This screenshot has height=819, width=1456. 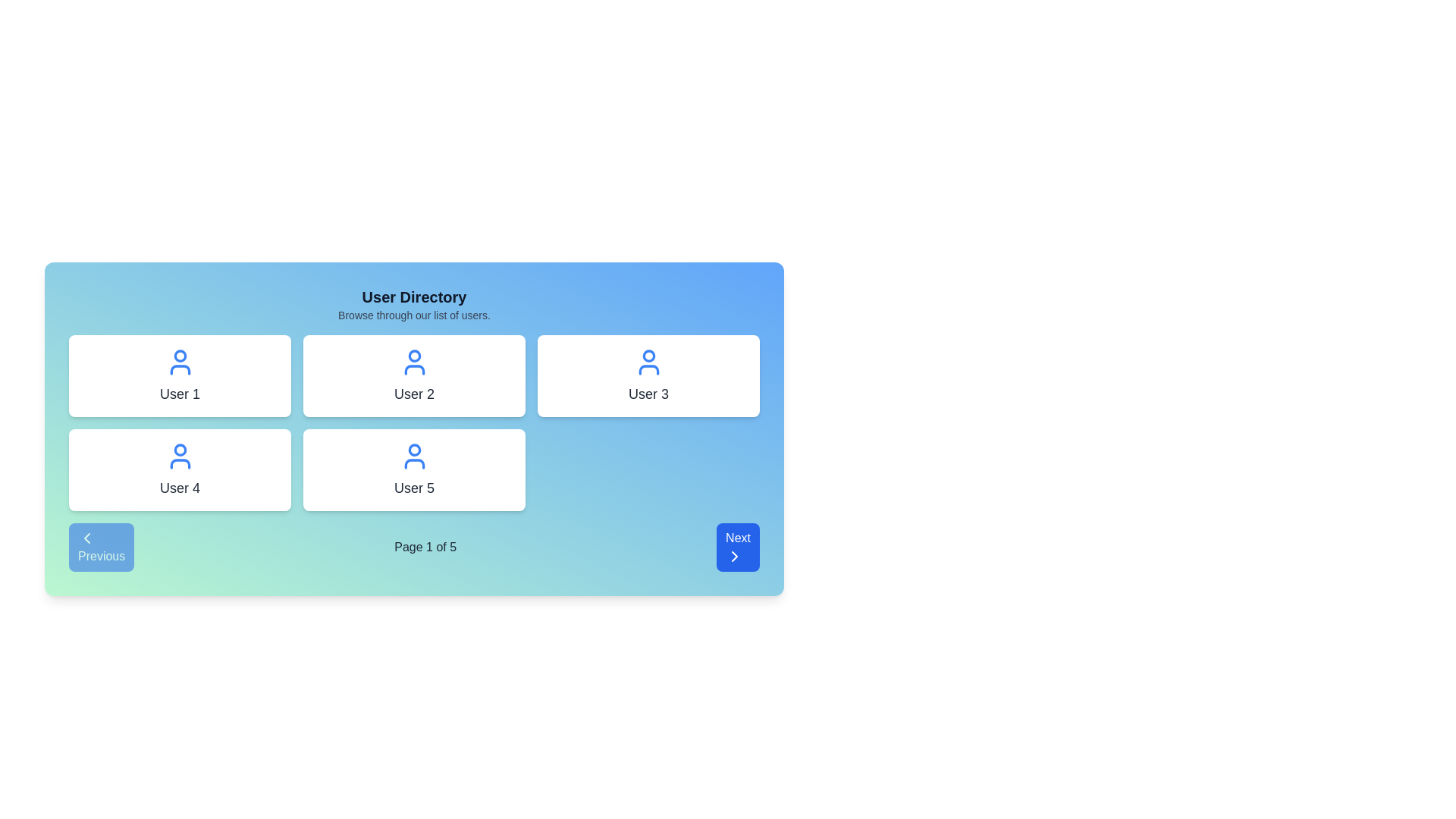 What do you see at coordinates (180, 394) in the screenshot?
I see `the text label displaying 'User 1', which is located in the top-left card of a 3-column grid layout` at bounding box center [180, 394].